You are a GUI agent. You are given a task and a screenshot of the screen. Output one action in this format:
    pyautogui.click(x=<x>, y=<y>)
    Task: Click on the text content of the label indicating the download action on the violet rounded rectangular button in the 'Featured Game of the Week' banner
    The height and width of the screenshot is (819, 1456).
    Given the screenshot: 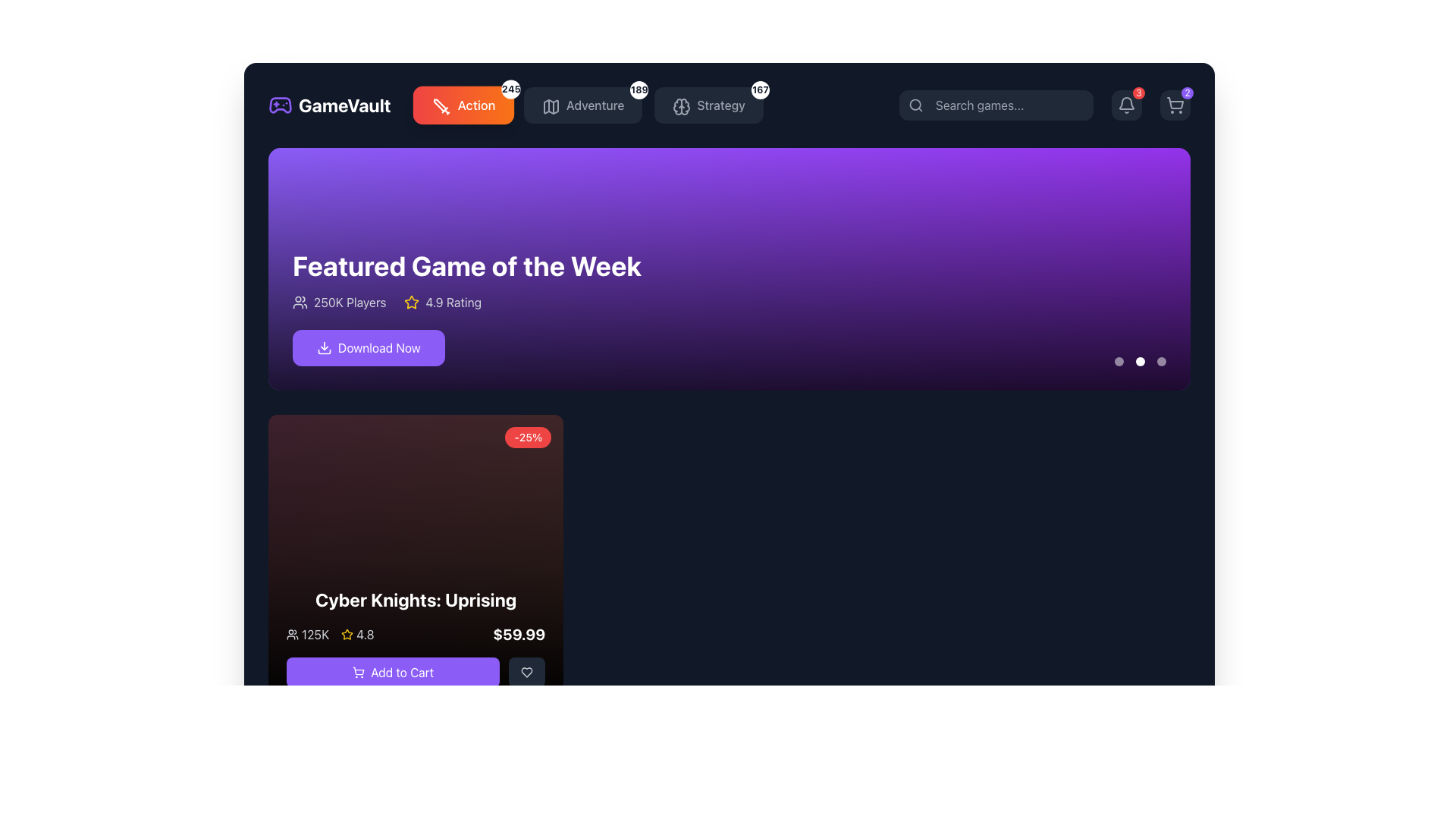 What is the action you would take?
    pyautogui.click(x=379, y=348)
    